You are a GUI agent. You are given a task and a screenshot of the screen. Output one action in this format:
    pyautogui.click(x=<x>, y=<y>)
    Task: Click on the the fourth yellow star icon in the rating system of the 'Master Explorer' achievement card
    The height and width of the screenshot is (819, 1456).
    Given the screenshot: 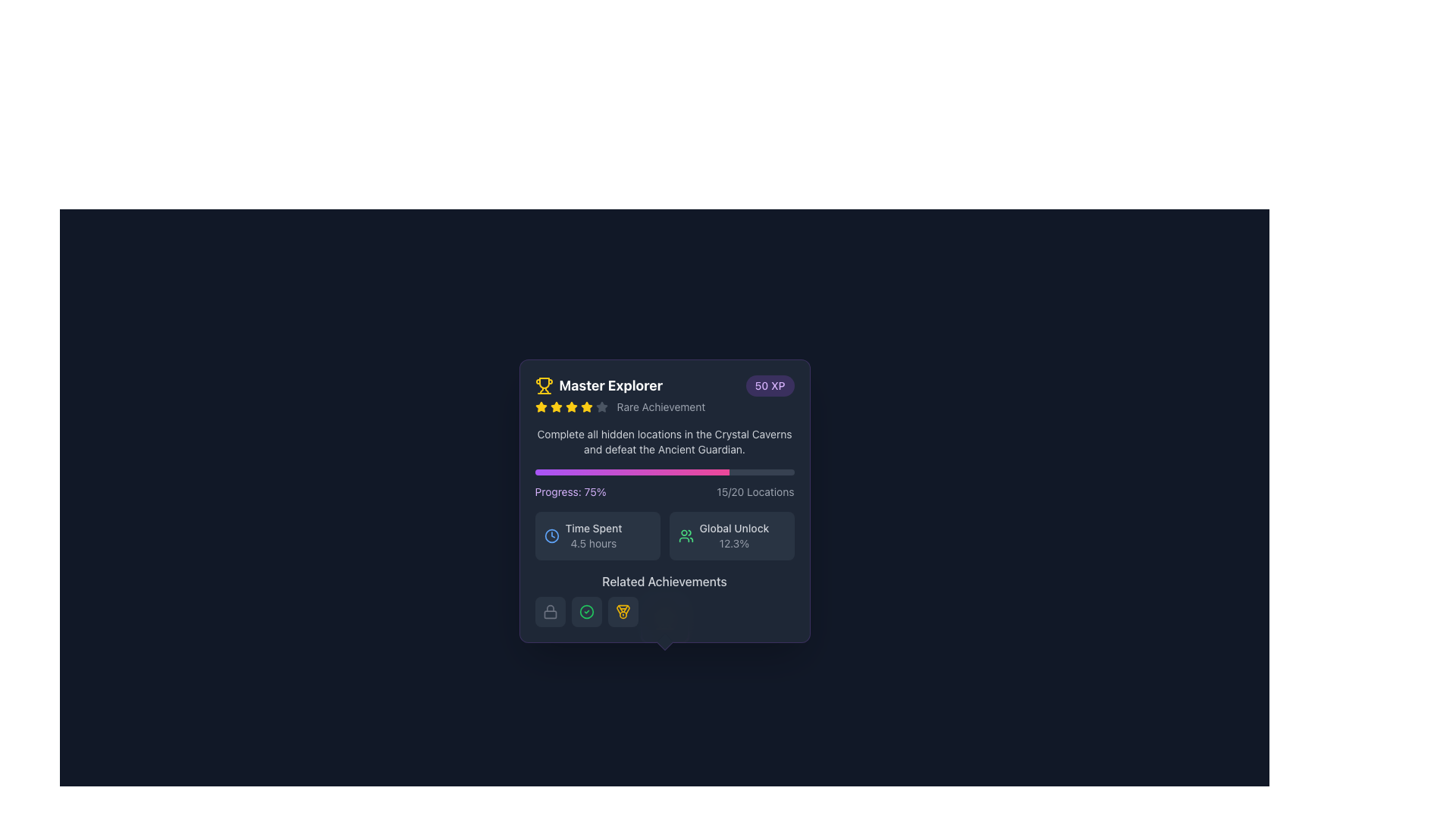 What is the action you would take?
    pyautogui.click(x=585, y=406)
    